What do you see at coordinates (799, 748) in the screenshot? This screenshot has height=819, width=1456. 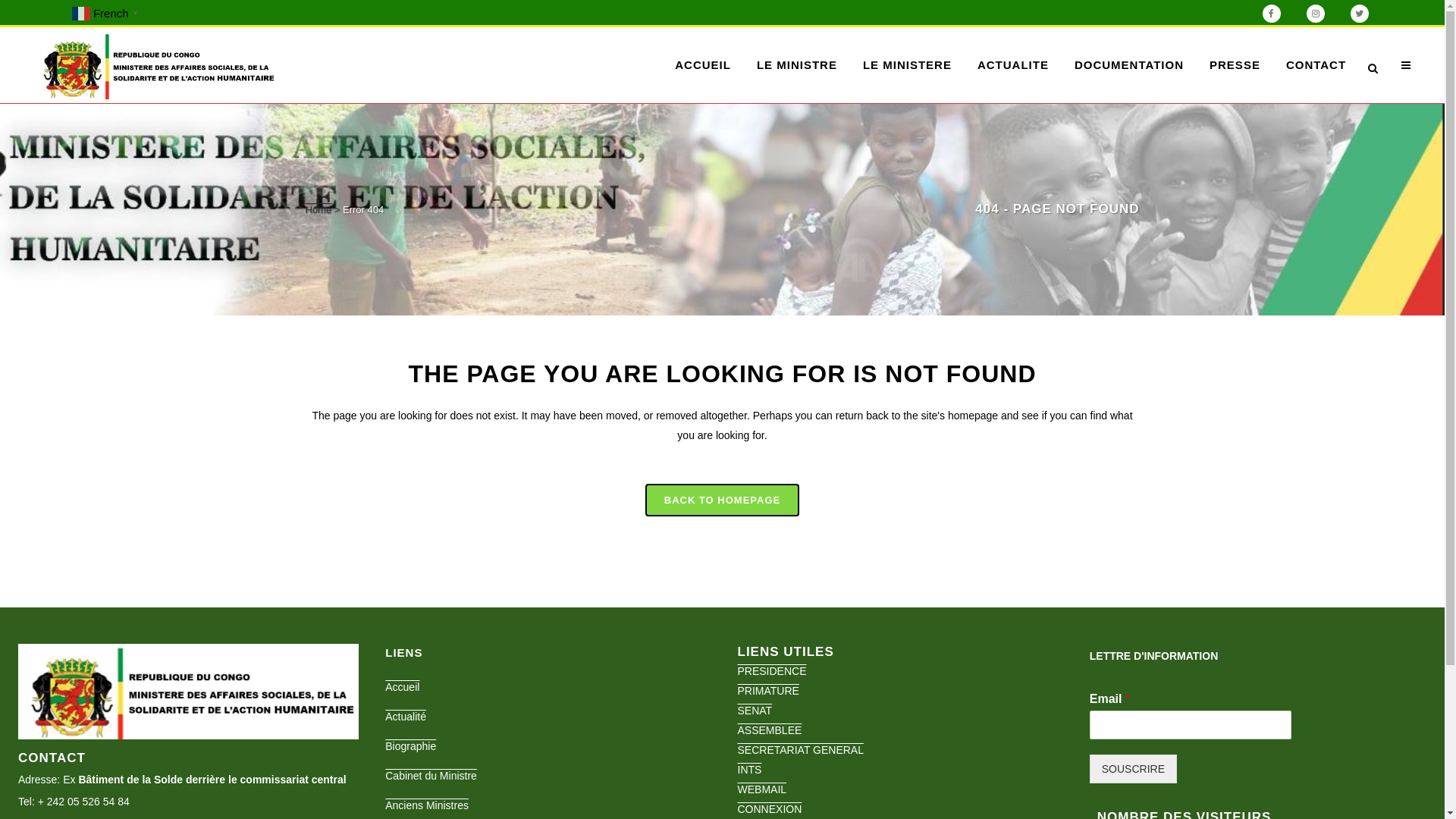 I see `'SECRETARIAT GENERAL'` at bounding box center [799, 748].